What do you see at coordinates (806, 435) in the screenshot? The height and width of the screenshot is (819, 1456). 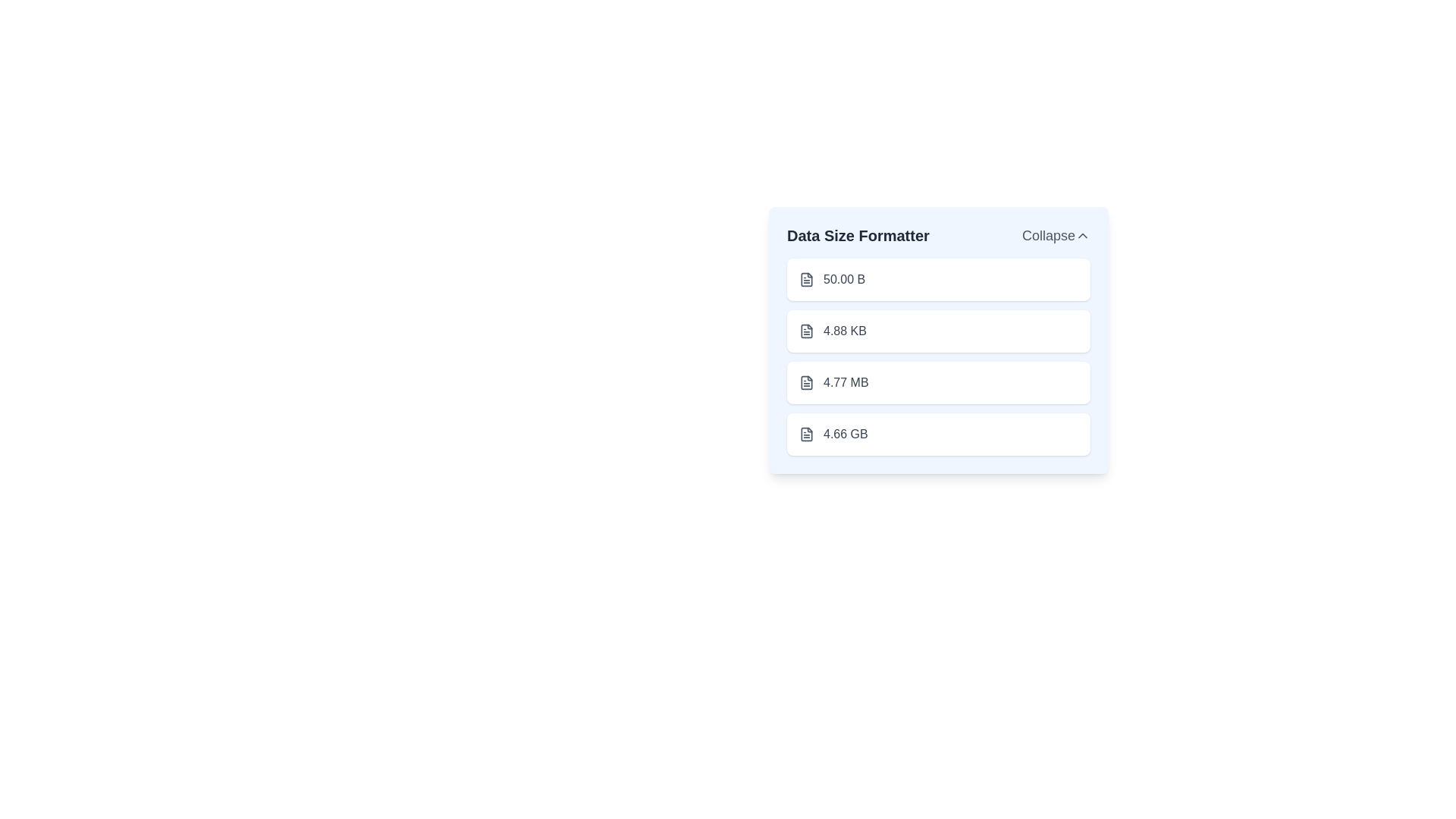 I see `the small file document icon styled in muted gray color, located to the left of the text '4.66 GB' within a light background box` at bounding box center [806, 435].